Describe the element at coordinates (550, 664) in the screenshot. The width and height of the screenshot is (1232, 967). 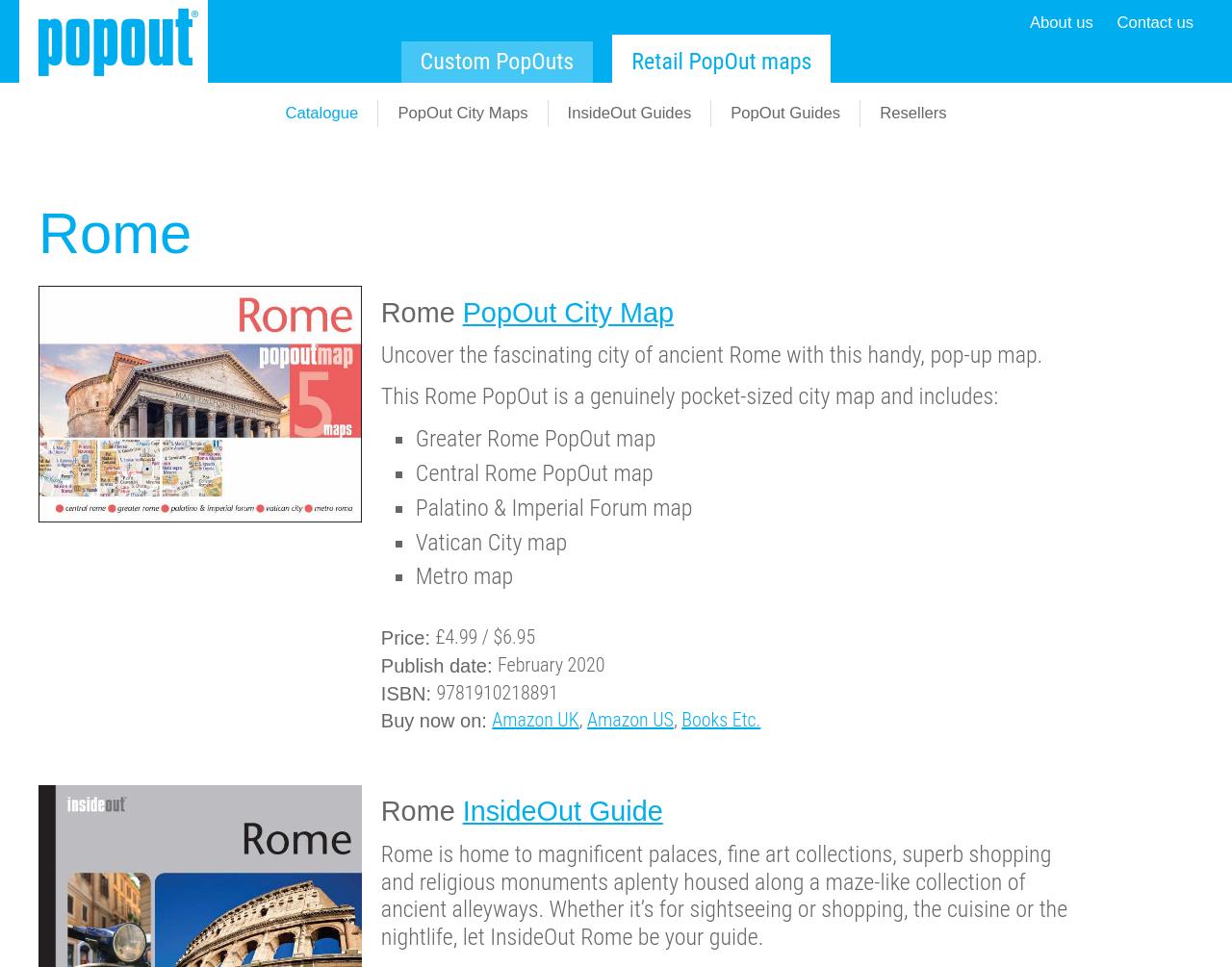
I see `'February 2020'` at that location.